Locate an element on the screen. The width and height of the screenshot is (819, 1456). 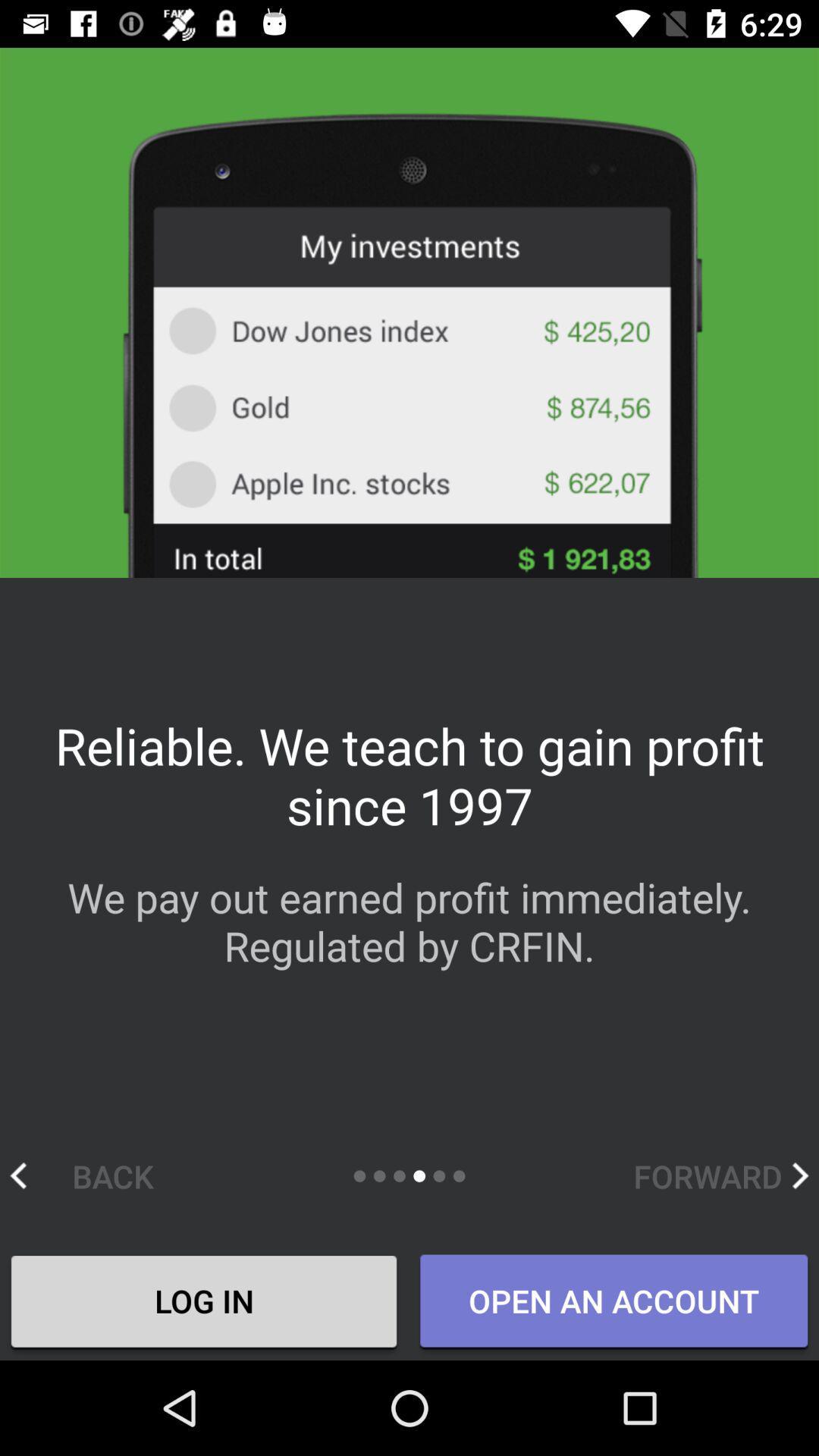
icon below we pay out item is located at coordinates (97, 1175).